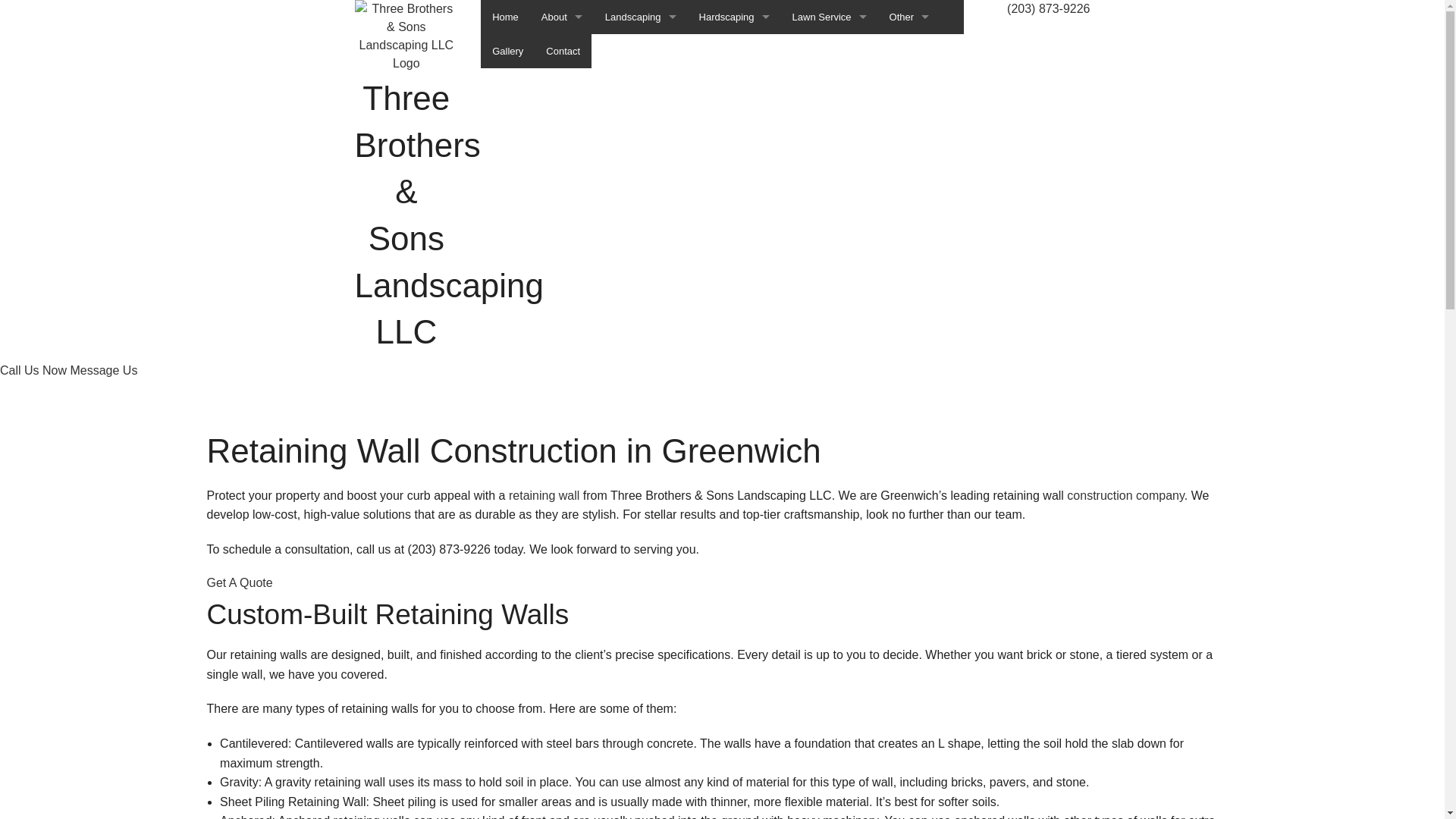 This screenshot has width=1456, height=819. What do you see at coordinates (560, 17) in the screenshot?
I see `'About'` at bounding box center [560, 17].